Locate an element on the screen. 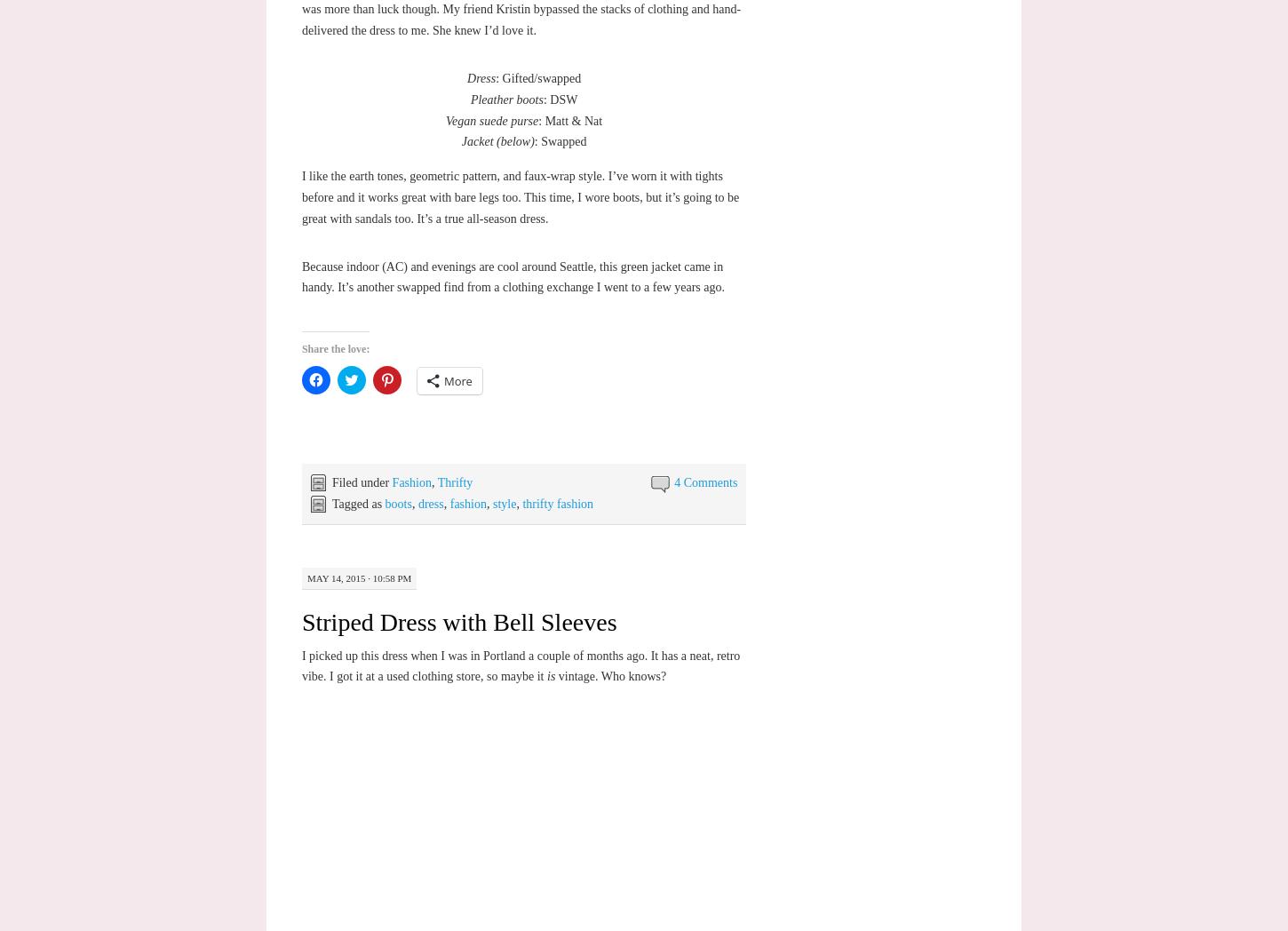 This screenshot has width=1288, height=931. 'fashion' is located at coordinates (467, 503).